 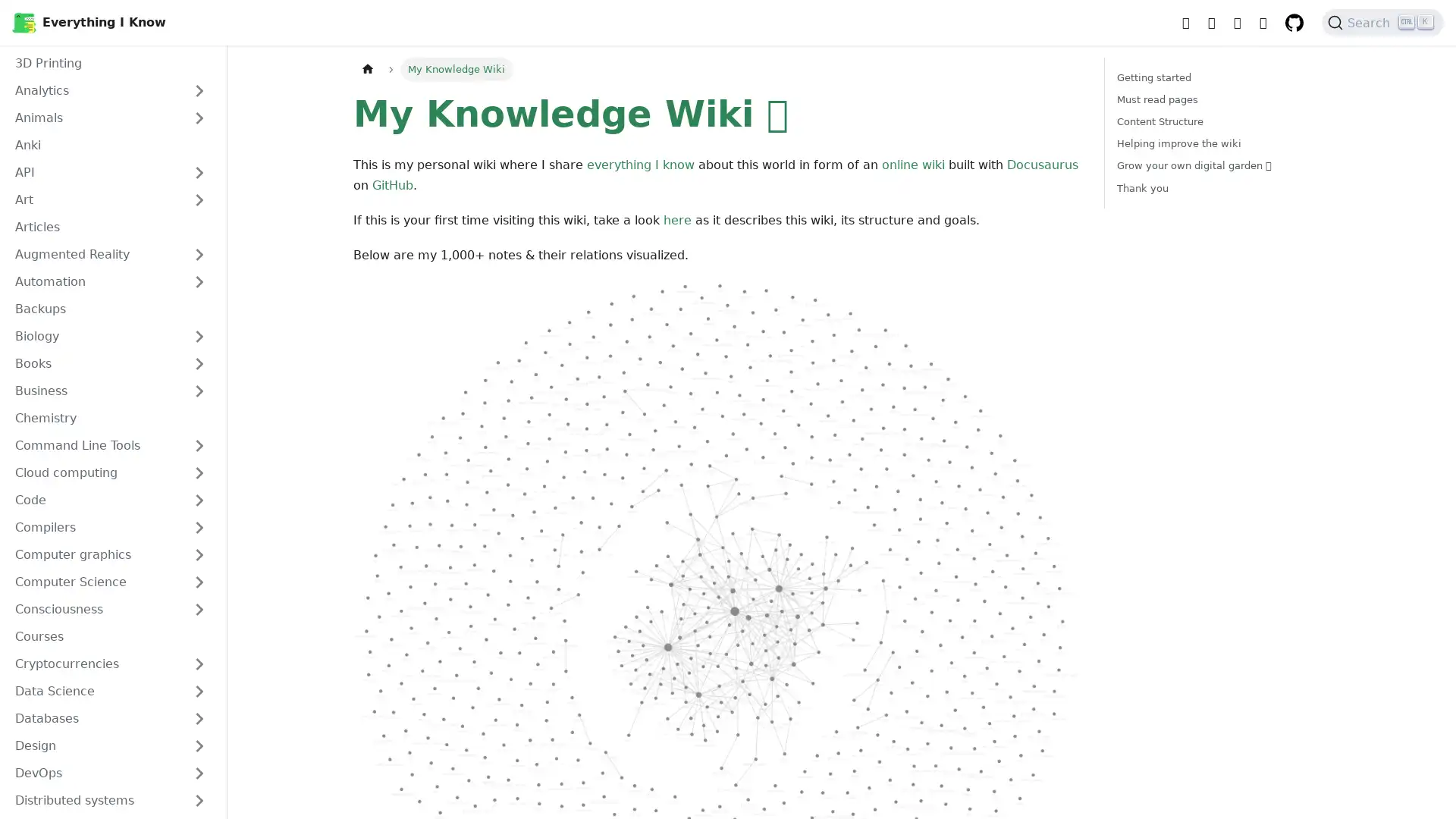 What do you see at coordinates (199, 800) in the screenshot?
I see `Toggle the collapsible sidebar category 'Distributed systems'` at bounding box center [199, 800].